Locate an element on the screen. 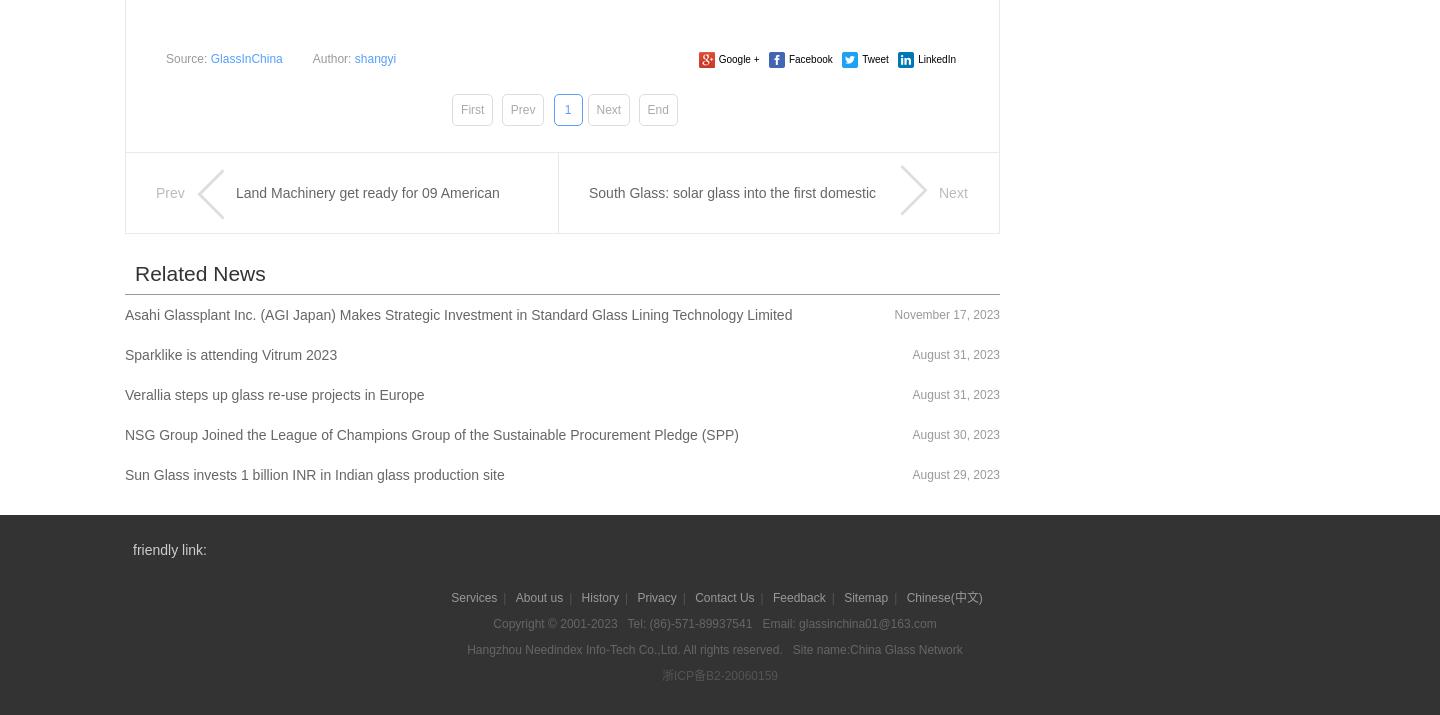 The width and height of the screenshot is (1440, 715). 'Land Machinery get ready for 09 American International Glass Window & Door Expo' is located at coordinates (236, 232).